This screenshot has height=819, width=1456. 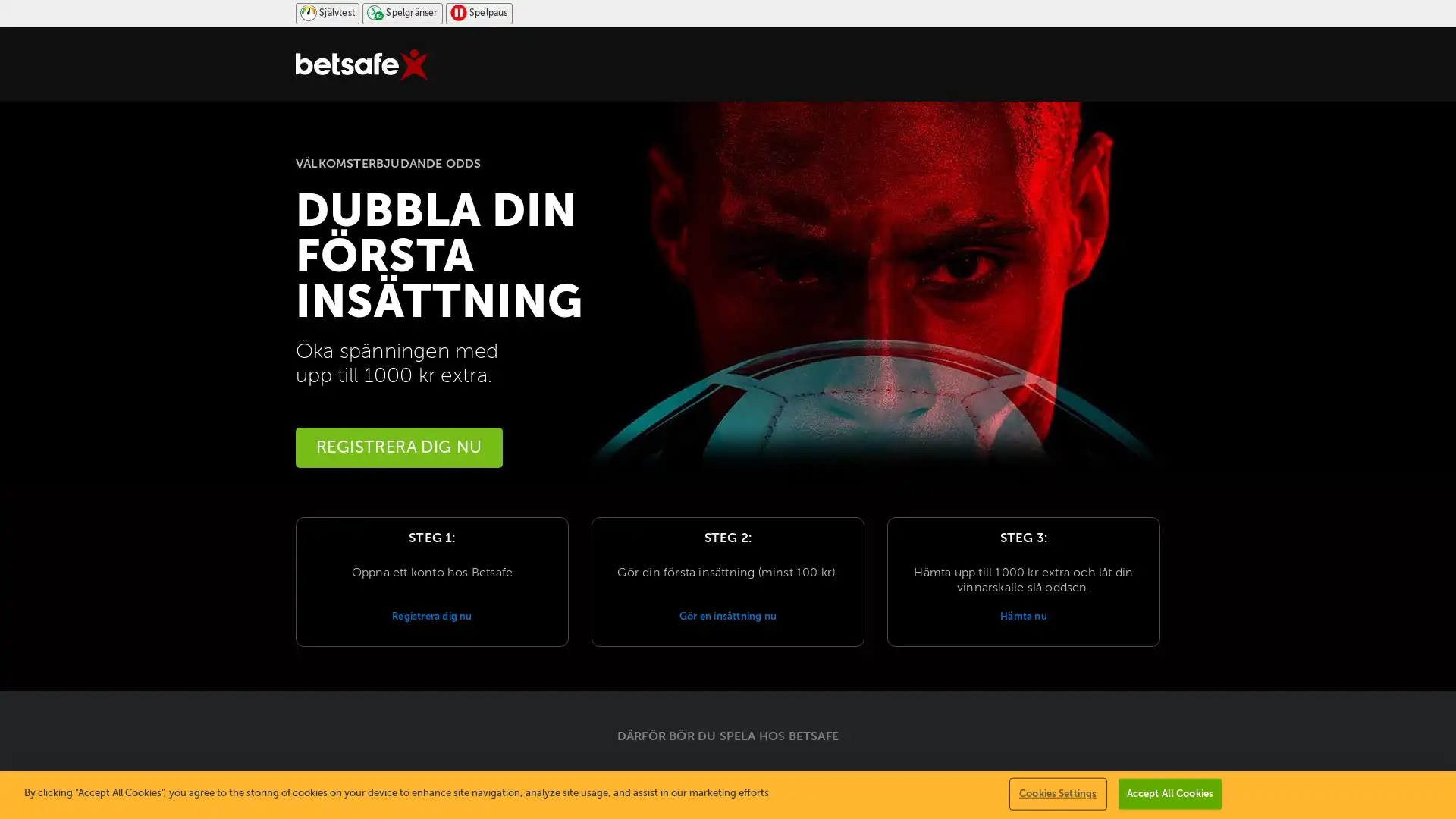 What do you see at coordinates (1056, 792) in the screenshot?
I see `Cookies Settings` at bounding box center [1056, 792].